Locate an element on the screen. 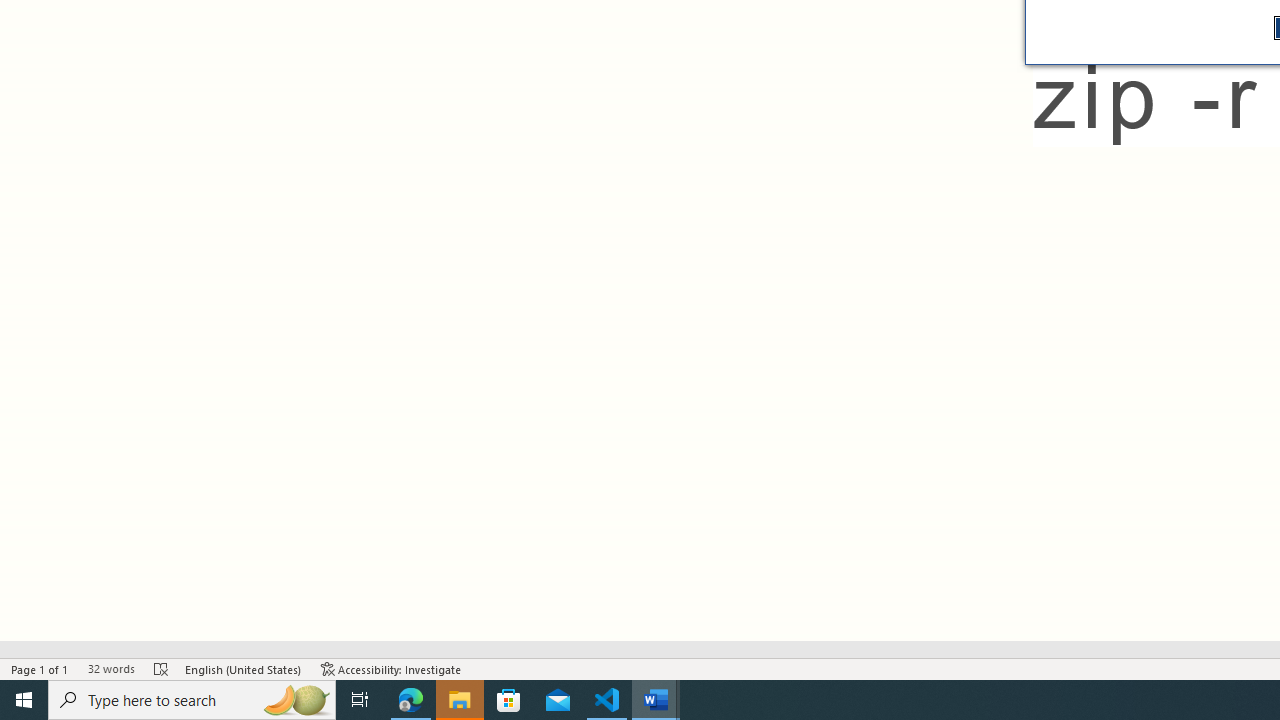 The image size is (1280, 720). 'Page Number Page 1 of 1' is located at coordinates (40, 669).